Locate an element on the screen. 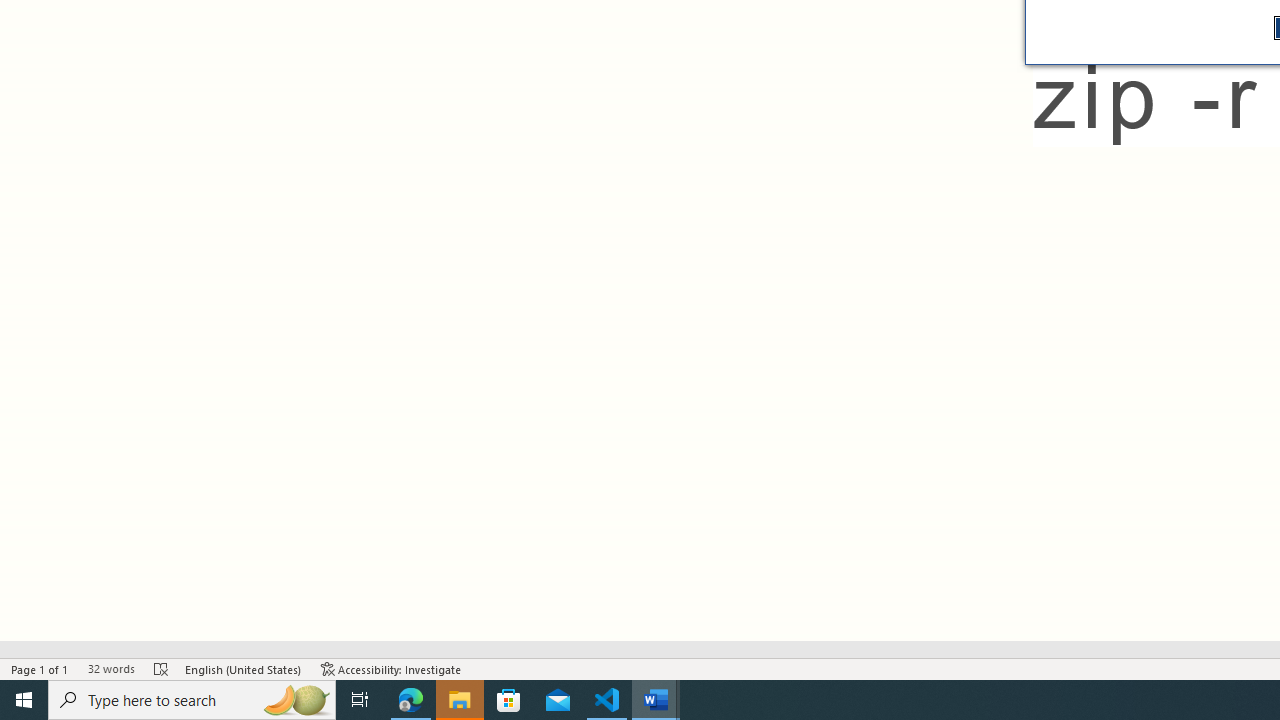 The image size is (1280, 720). 'Page Number Page 1 of 1' is located at coordinates (40, 669).